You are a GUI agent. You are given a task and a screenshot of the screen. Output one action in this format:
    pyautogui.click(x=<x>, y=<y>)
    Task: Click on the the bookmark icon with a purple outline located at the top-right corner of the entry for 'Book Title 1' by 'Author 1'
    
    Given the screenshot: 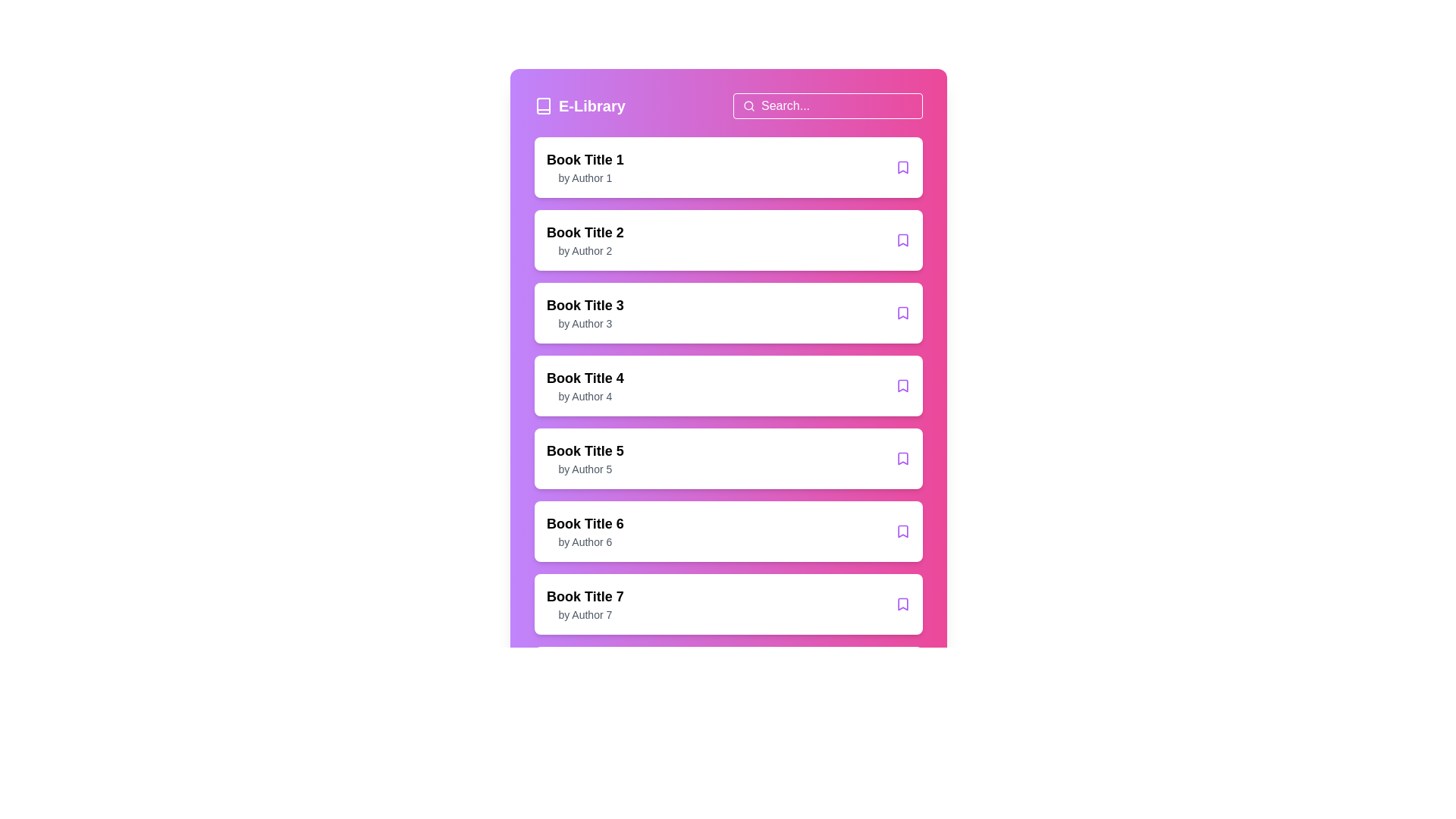 What is the action you would take?
    pyautogui.click(x=902, y=167)
    